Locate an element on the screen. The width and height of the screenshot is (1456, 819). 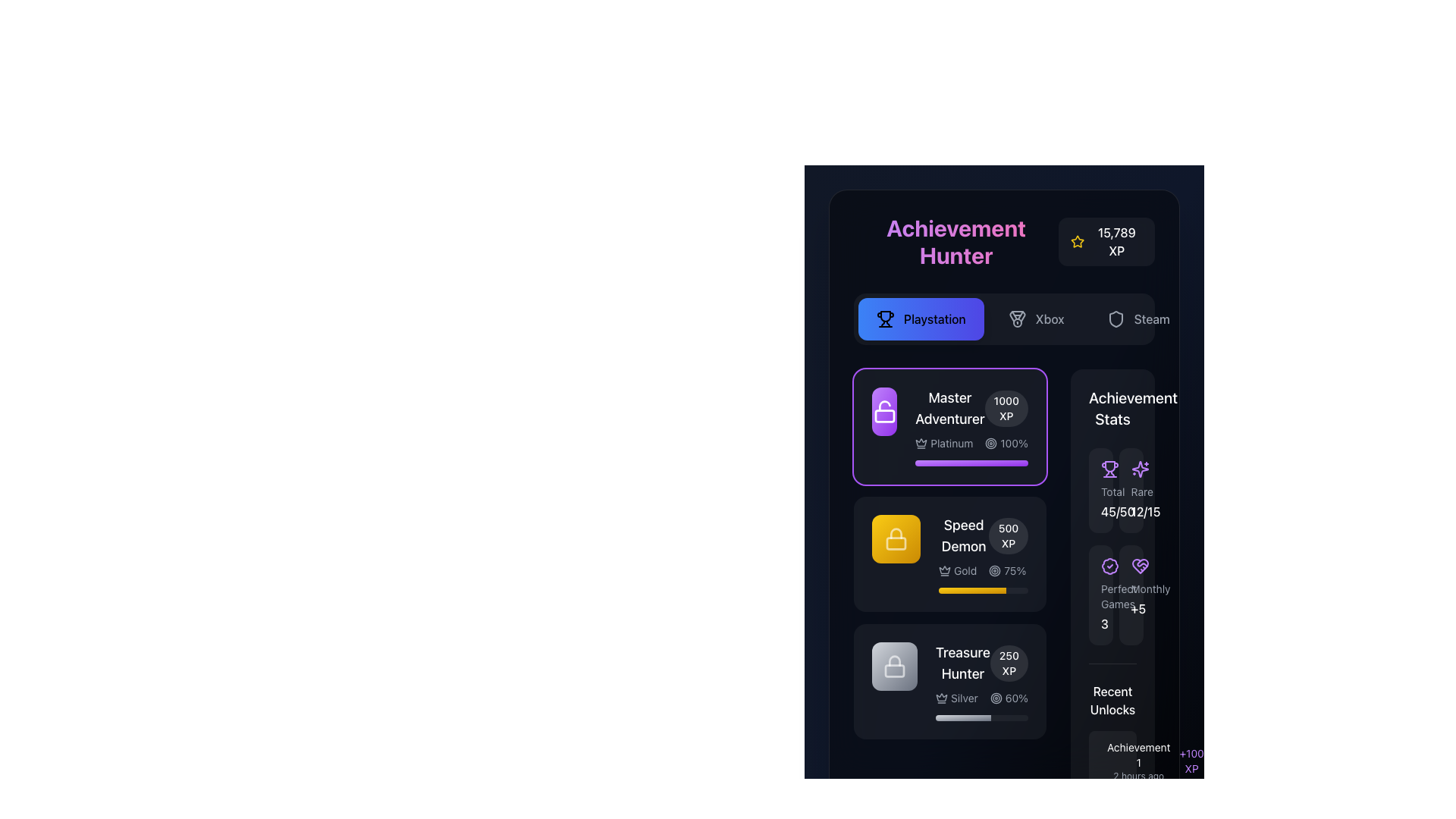
the rounded square button with a gradient background and a white lock icon located in the 'Master Adventurer' section of the interface is located at coordinates (884, 412).